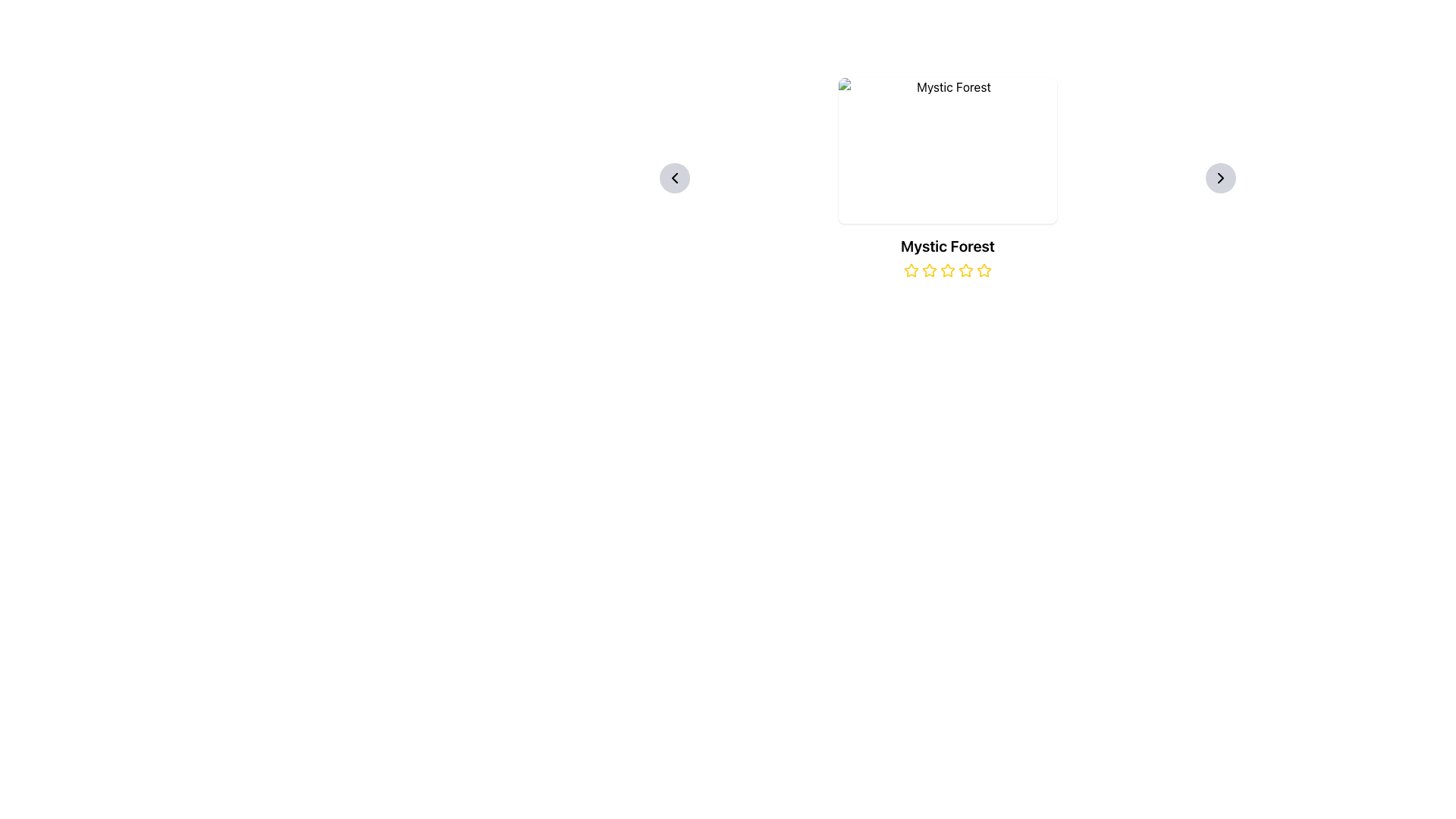  Describe the element at coordinates (984, 269) in the screenshot. I see `the fifth yellow star icon in the rating section below the 'Mystic Forest' text to indicate selection` at that location.